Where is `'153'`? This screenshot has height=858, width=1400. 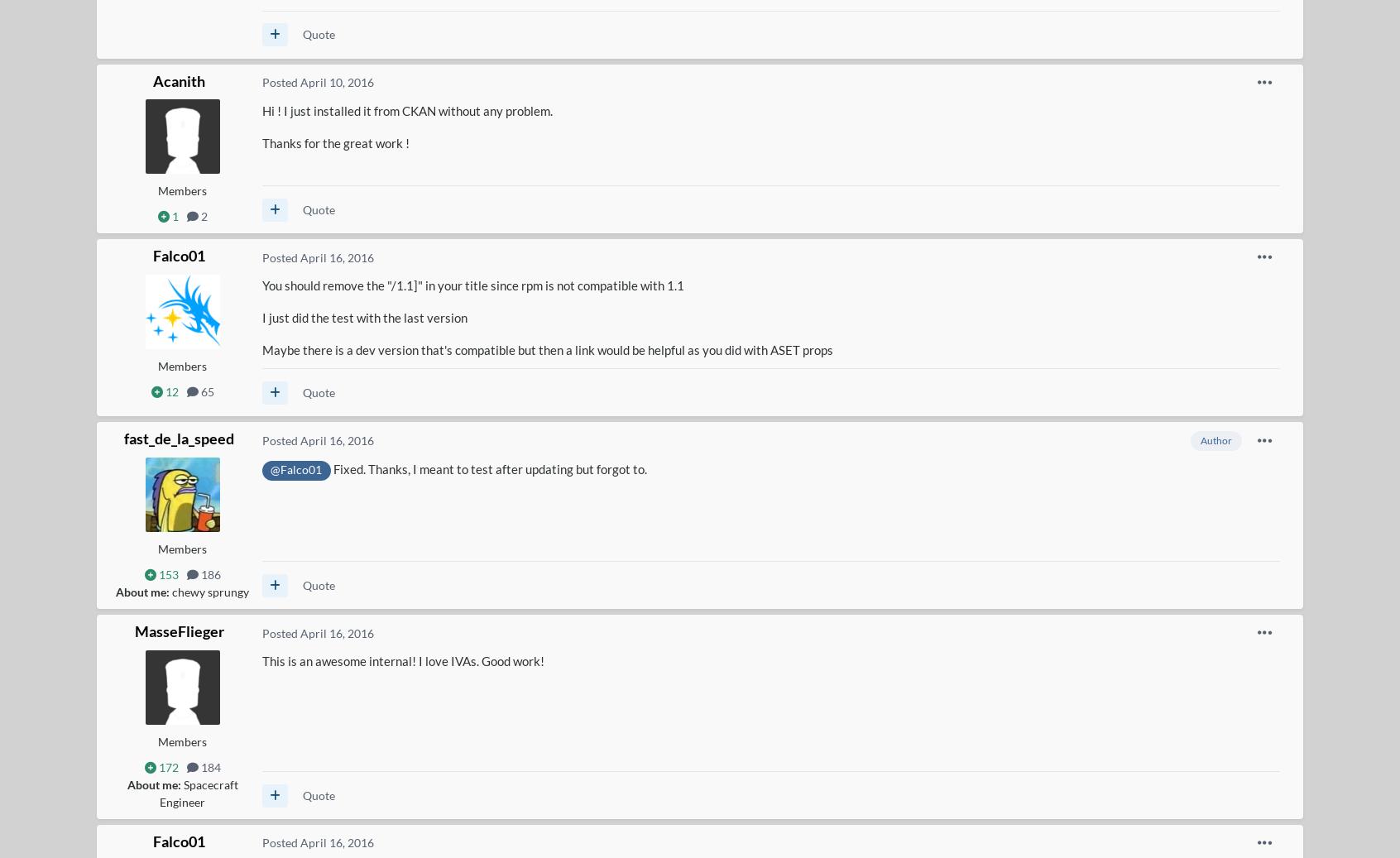 '153' is located at coordinates (154, 574).